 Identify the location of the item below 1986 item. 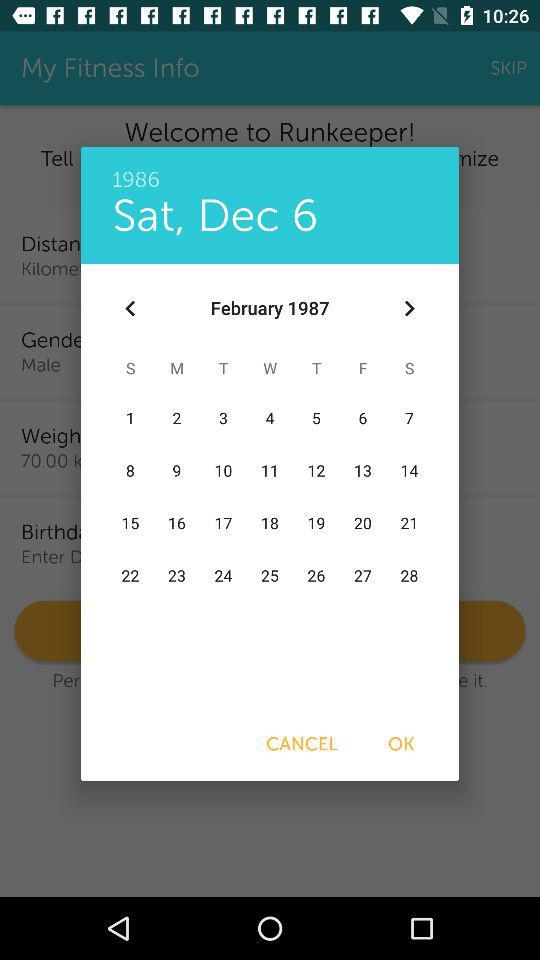
(214, 215).